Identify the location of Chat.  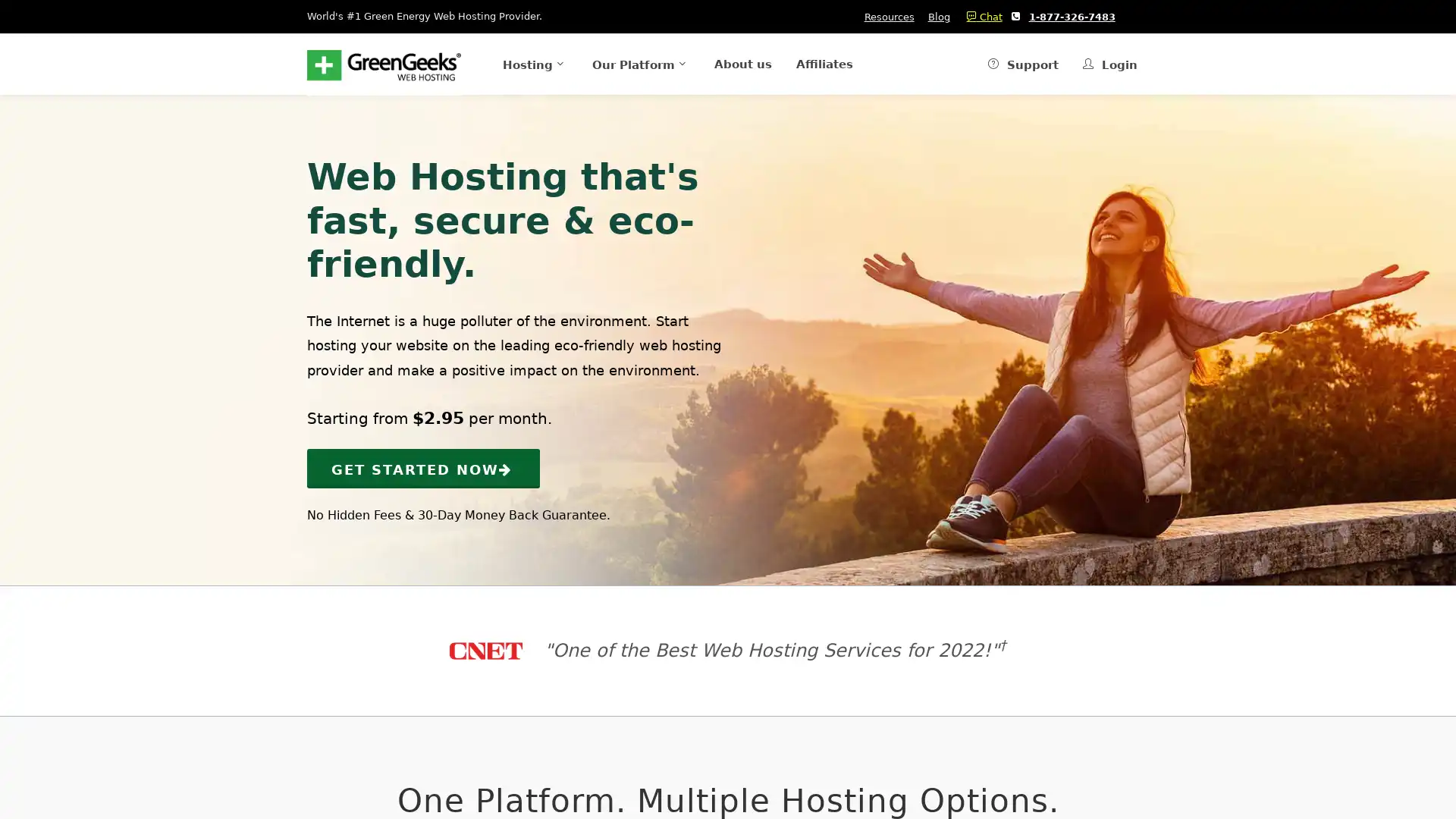
(980, 17).